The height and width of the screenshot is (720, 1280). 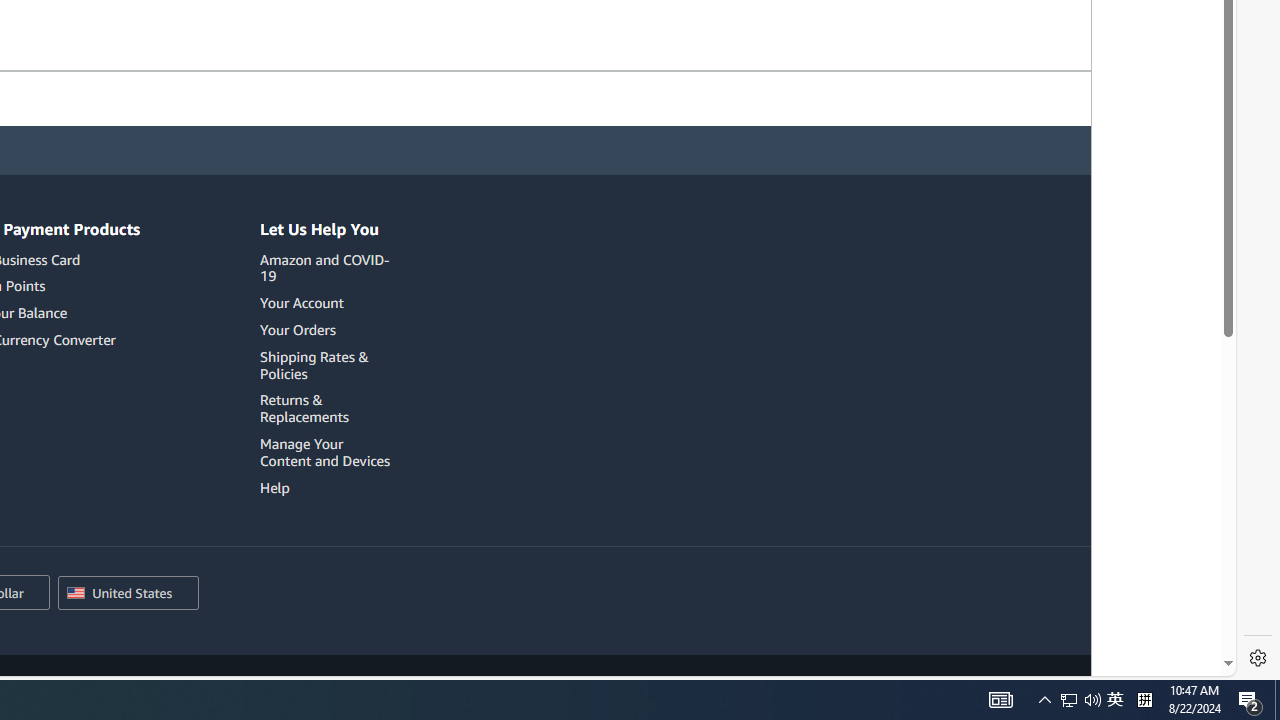 What do you see at coordinates (328, 487) in the screenshot?
I see `'Help'` at bounding box center [328, 487].